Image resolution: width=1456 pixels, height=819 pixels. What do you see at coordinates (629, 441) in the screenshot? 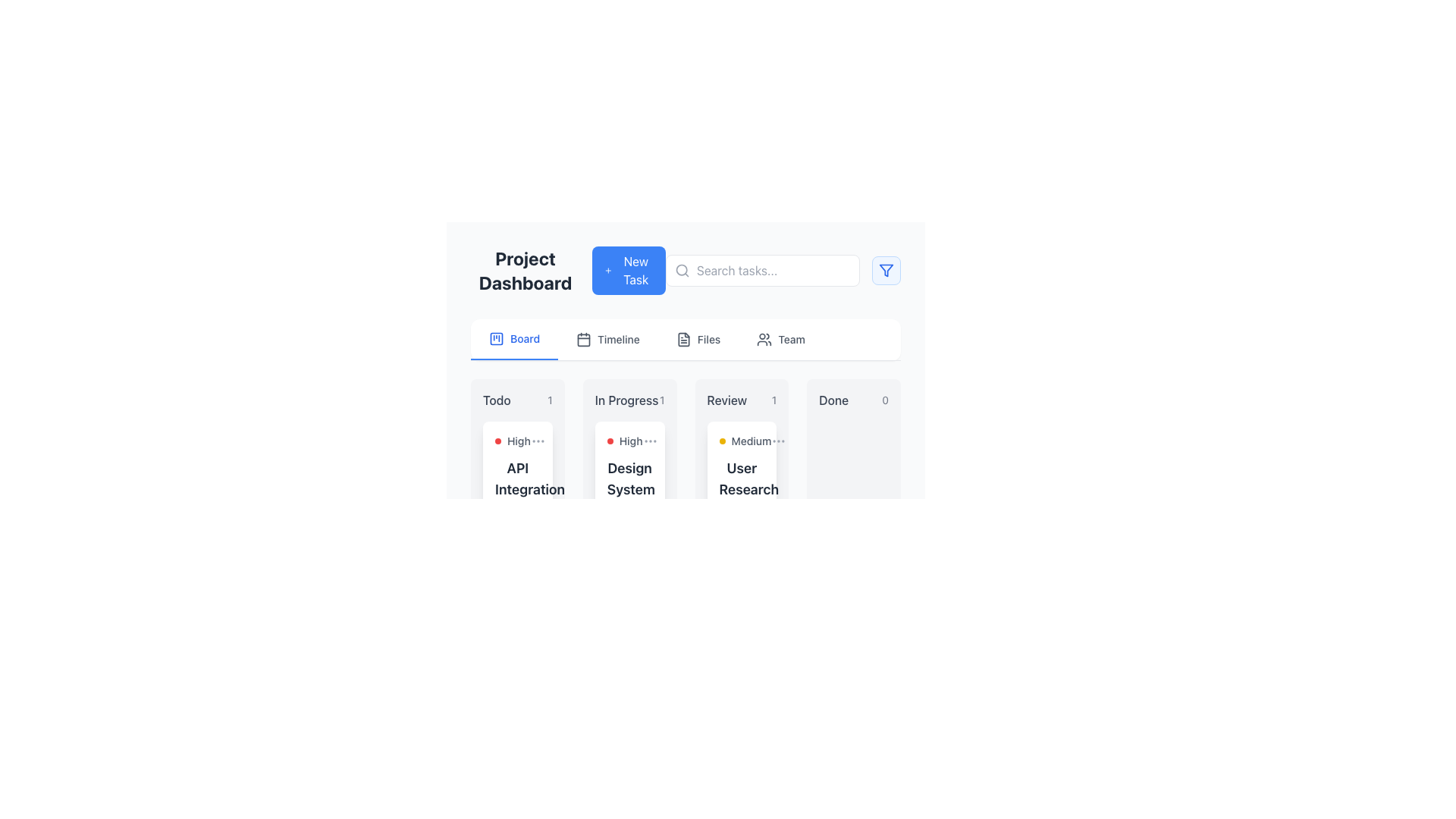
I see `priority level indicated by the 'High' label with an action icon, which is located below the 'In Progress' column heading in the Kanban board` at bounding box center [629, 441].